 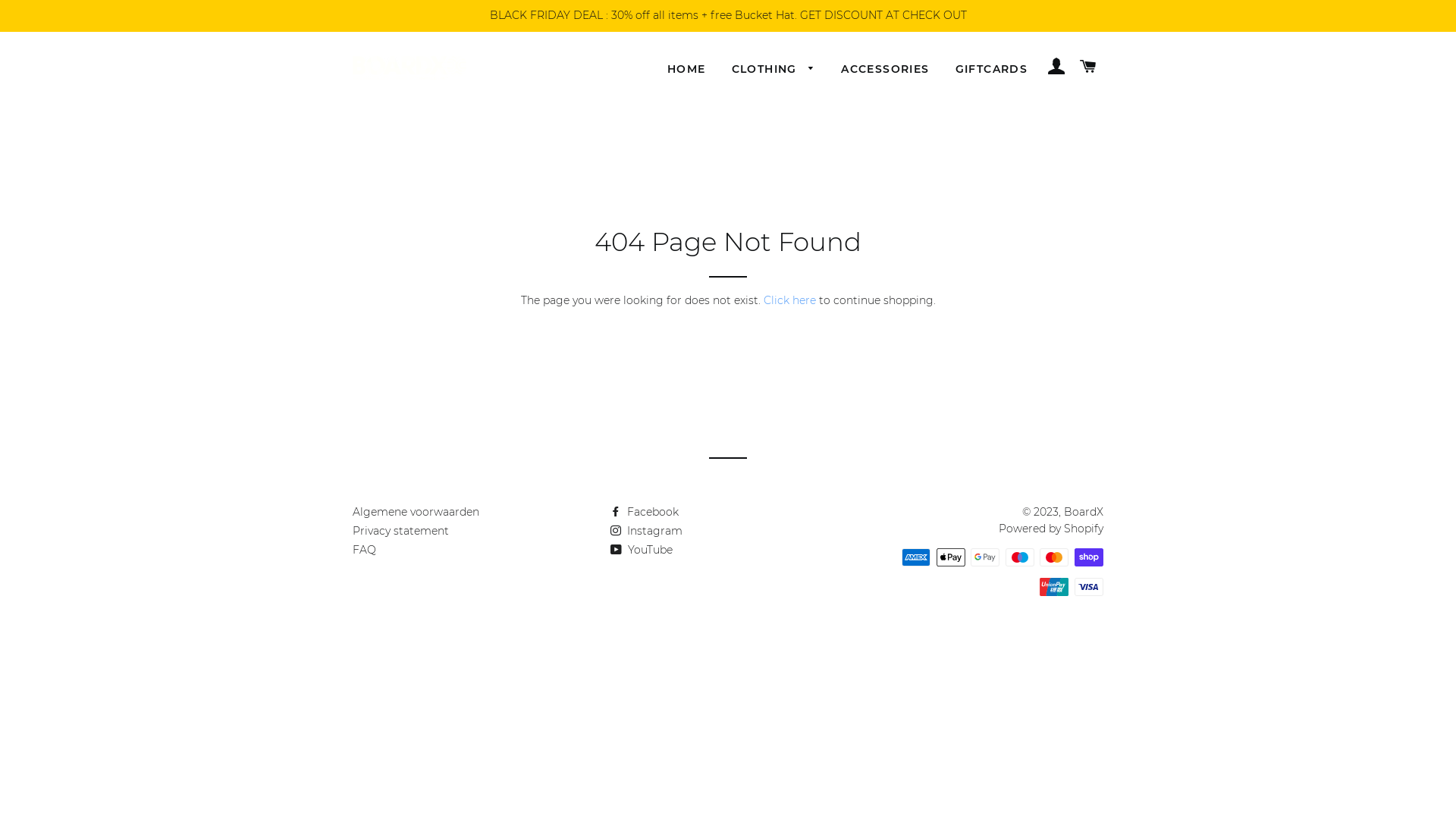 What do you see at coordinates (1050, 528) in the screenshot?
I see `'Powered by Shopify'` at bounding box center [1050, 528].